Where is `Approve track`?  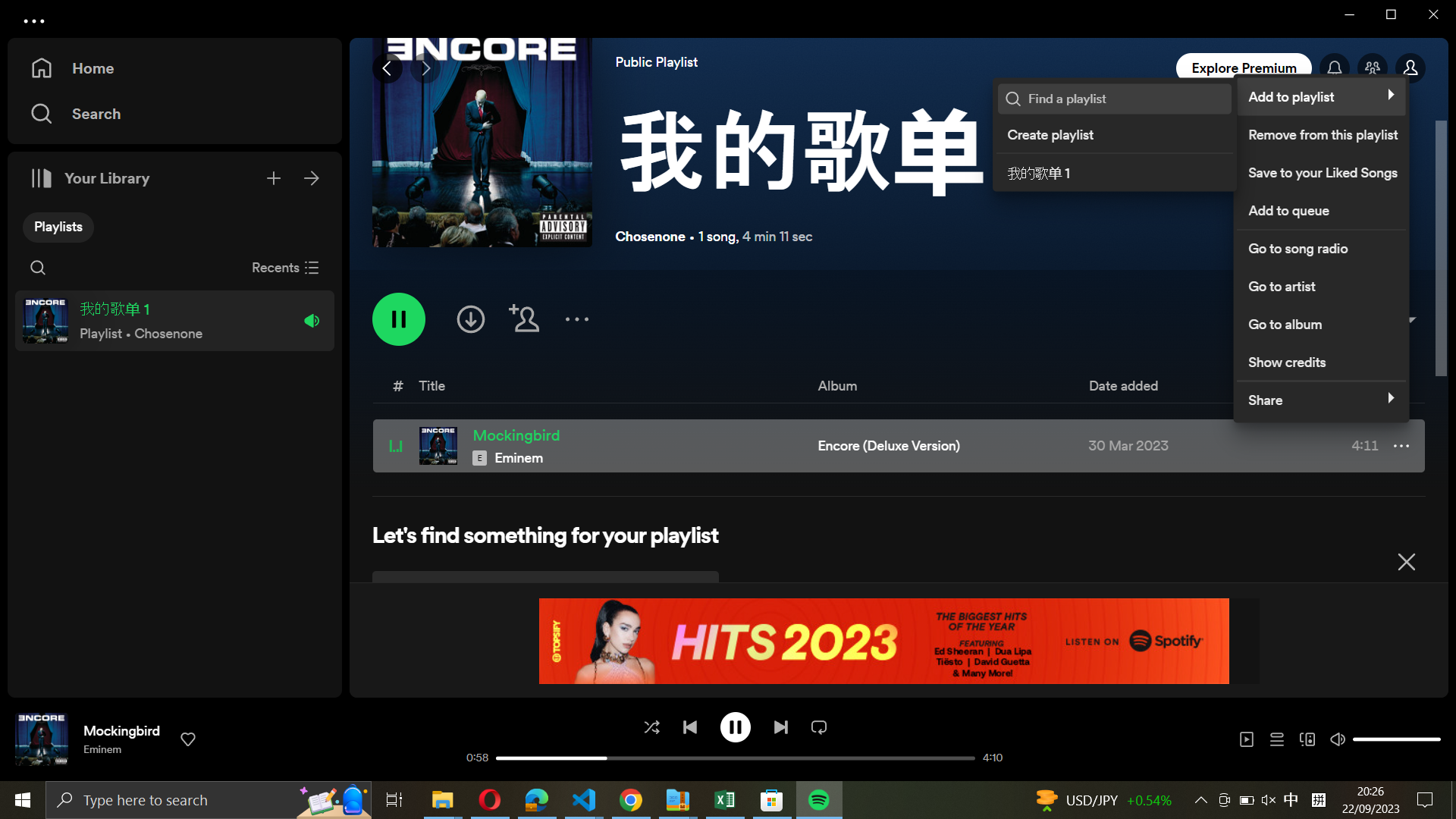
Approve track is located at coordinates (188, 738).